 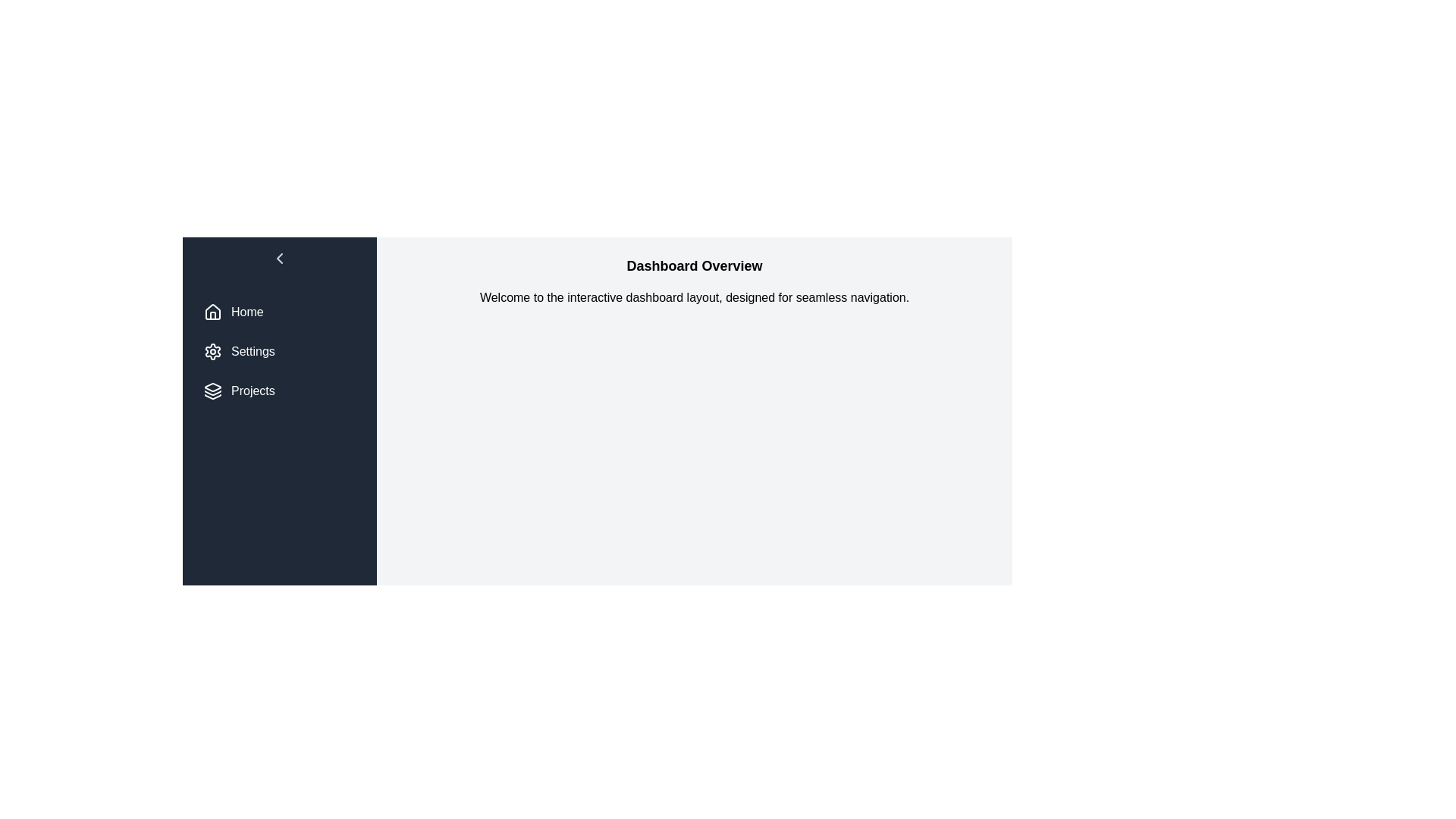 What do you see at coordinates (212, 351) in the screenshot?
I see `the upper gear segment of the 'Settings' icon located in the sidebar beneath the 'Home' icon` at bounding box center [212, 351].